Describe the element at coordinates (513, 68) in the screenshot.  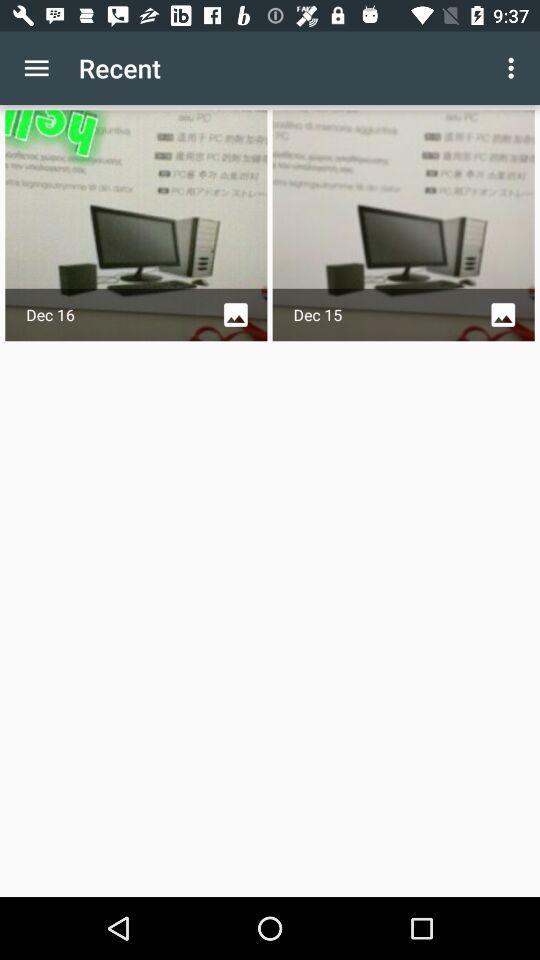
I see `the app to the right of recent icon` at that location.